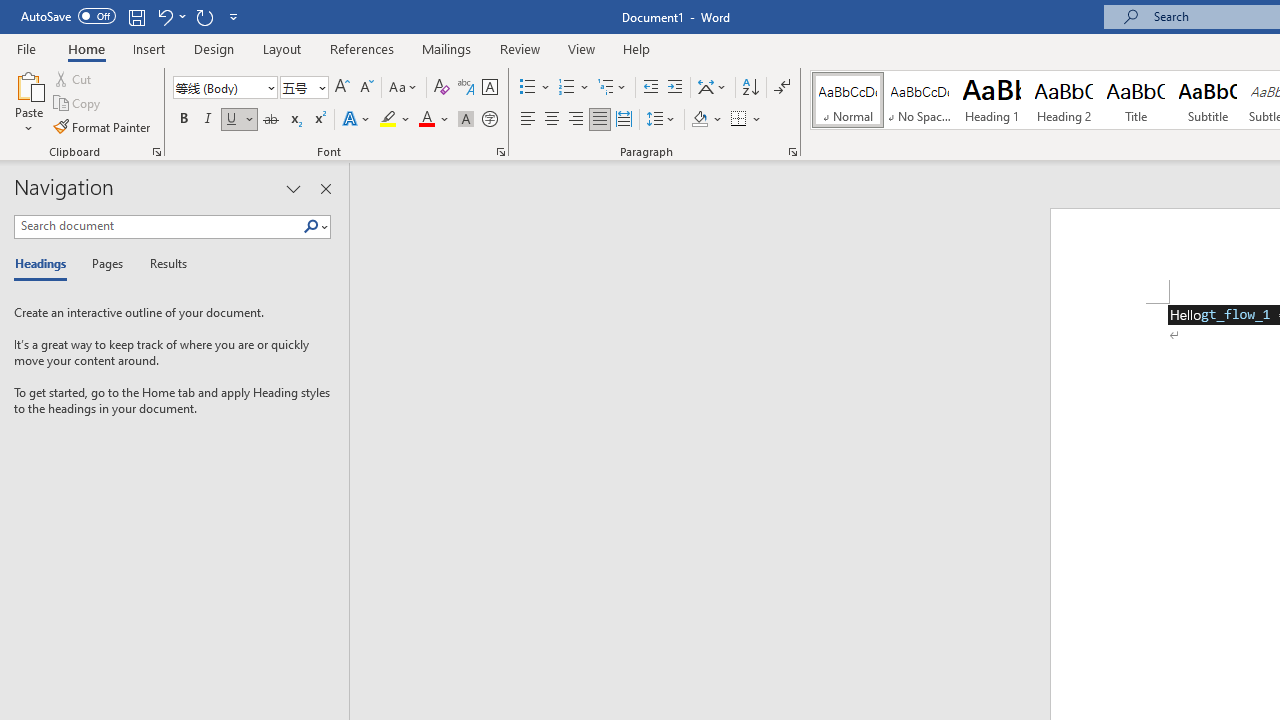 This screenshot has height=720, width=1280. What do you see at coordinates (164, 16) in the screenshot?
I see `'Undo Underline Style'` at bounding box center [164, 16].